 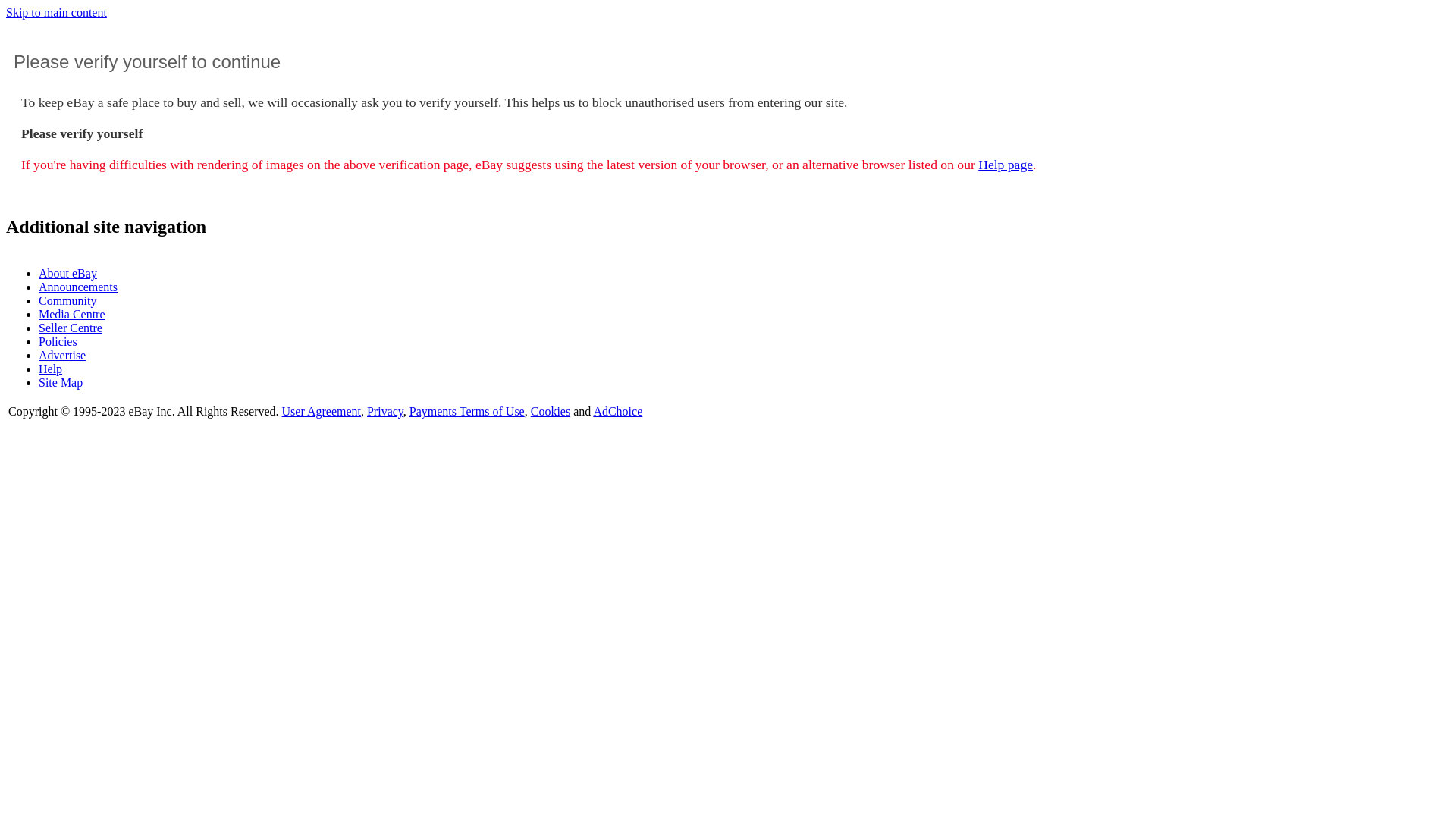 What do you see at coordinates (39, 313) in the screenshot?
I see `'Media Centre'` at bounding box center [39, 313].